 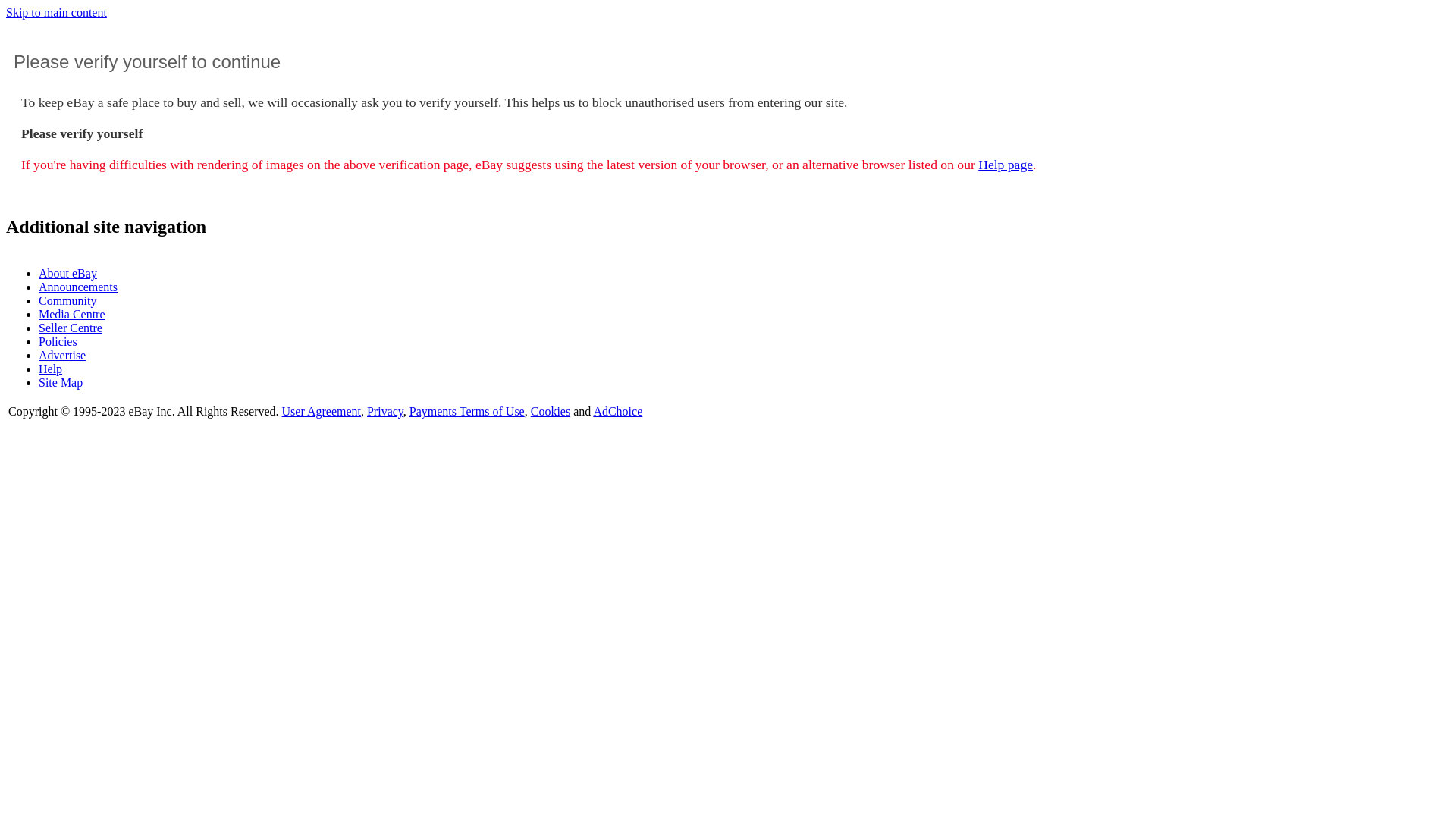 What do you see at coordinates (39, 313) in the screenshot?
I see `'Media Centre'` at bounding box center [39, 313].